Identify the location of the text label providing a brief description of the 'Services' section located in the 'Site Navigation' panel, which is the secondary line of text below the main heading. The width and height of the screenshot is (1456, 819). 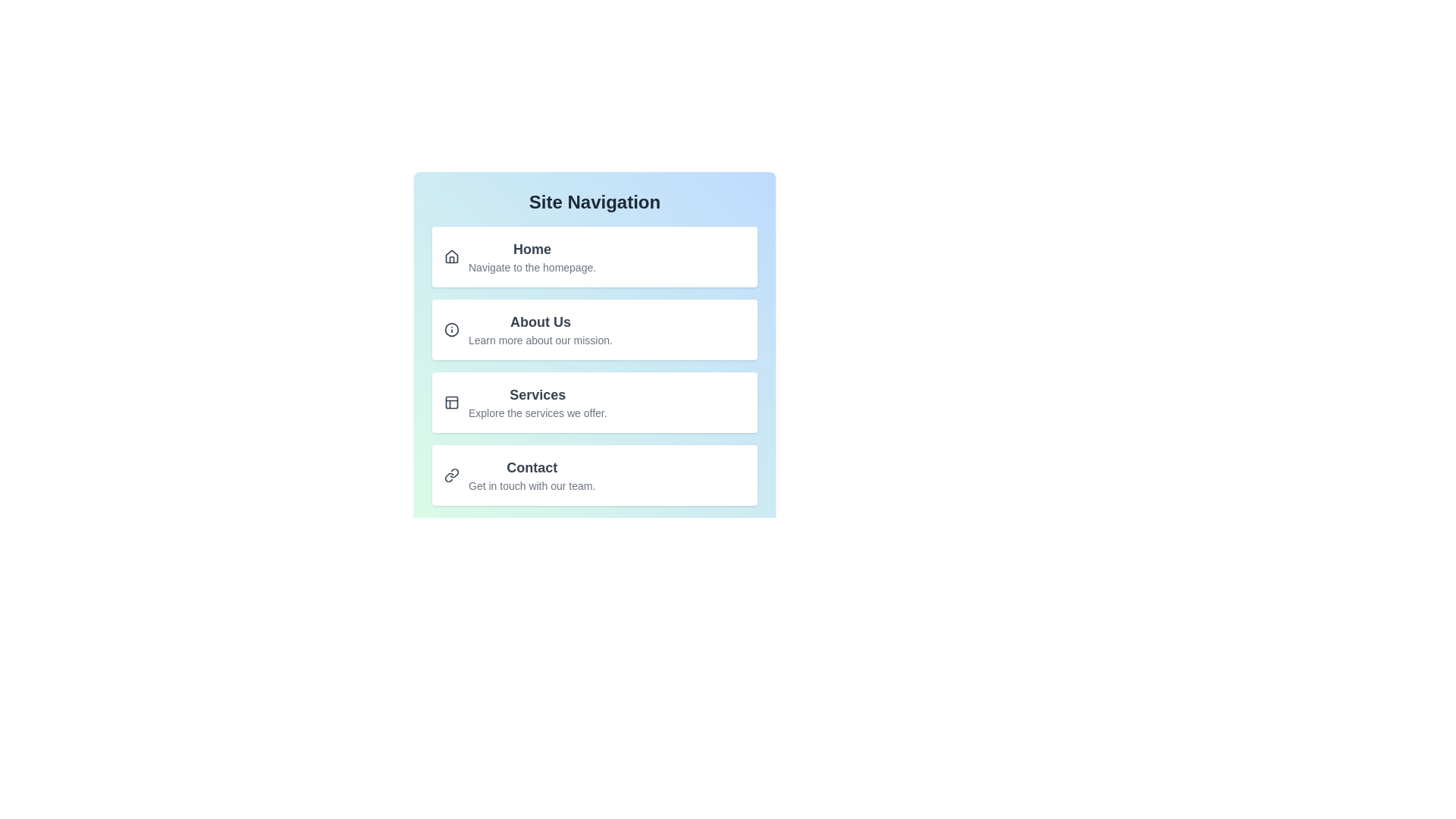
(538, 413).